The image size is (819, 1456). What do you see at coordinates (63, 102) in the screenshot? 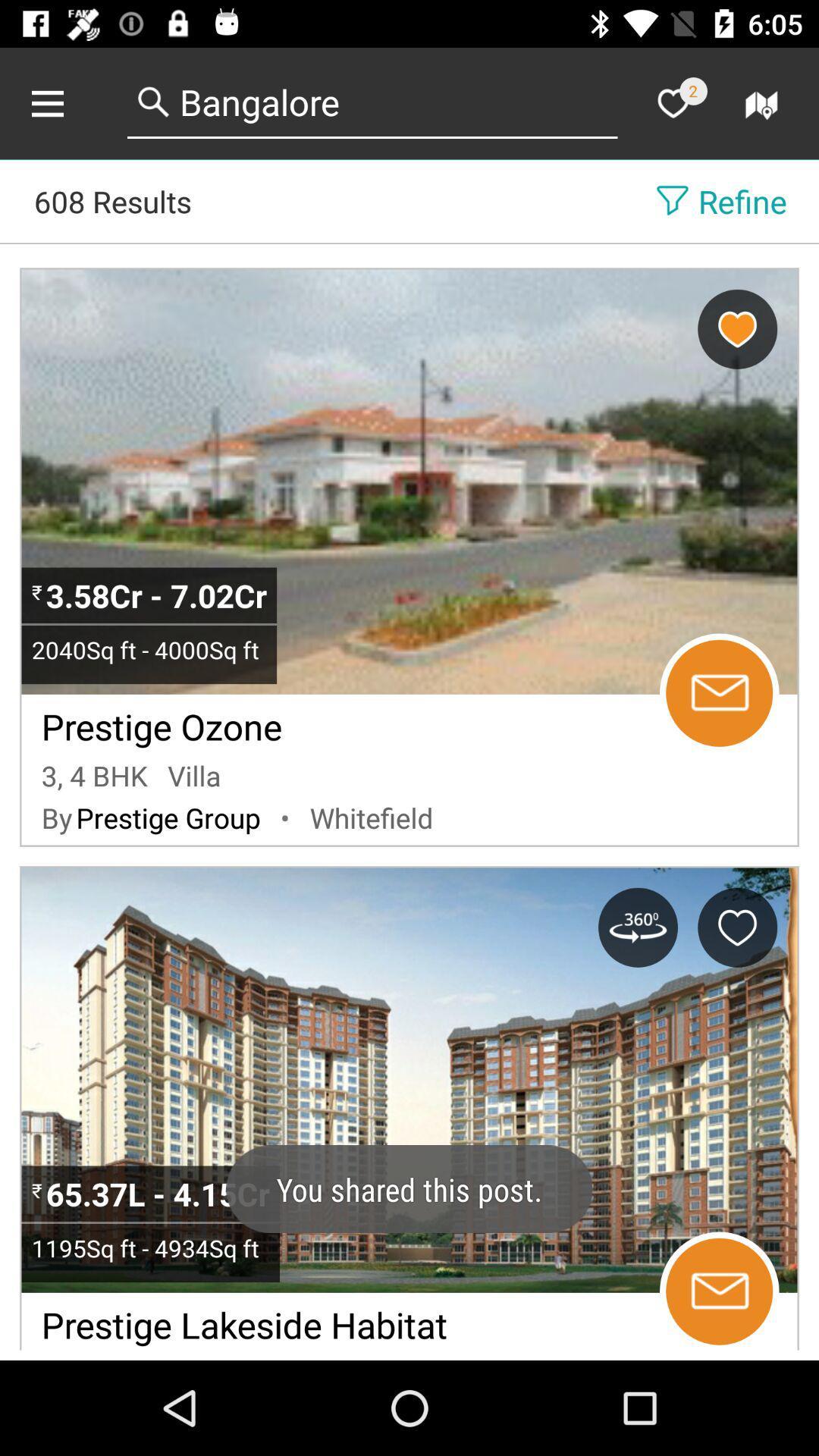
I see `the menu icon` at bounding box center [63, 102].